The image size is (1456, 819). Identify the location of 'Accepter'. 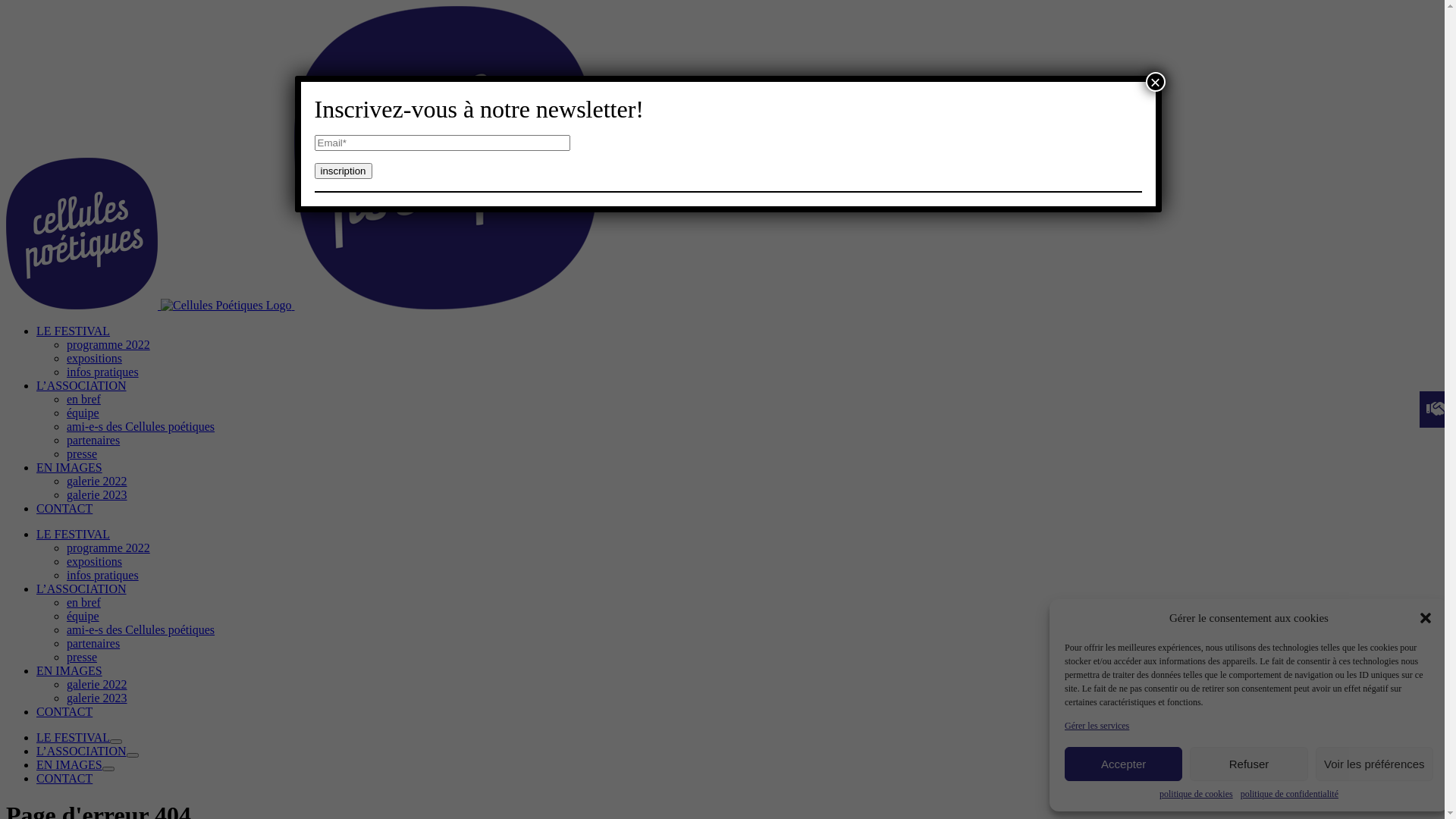
(1123, 764).